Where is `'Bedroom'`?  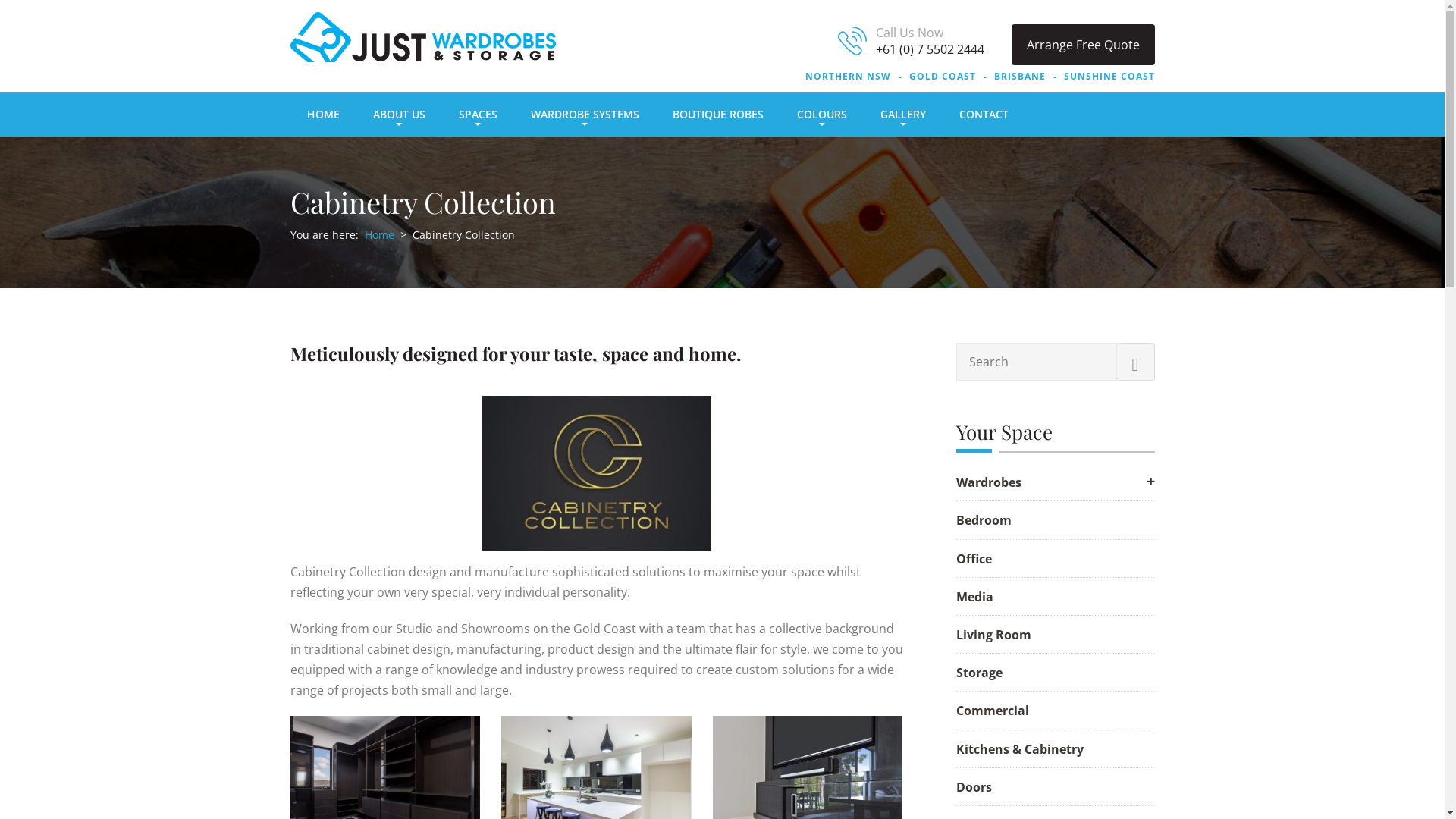 'Bedroom' is located at coordinates (1054, 519).